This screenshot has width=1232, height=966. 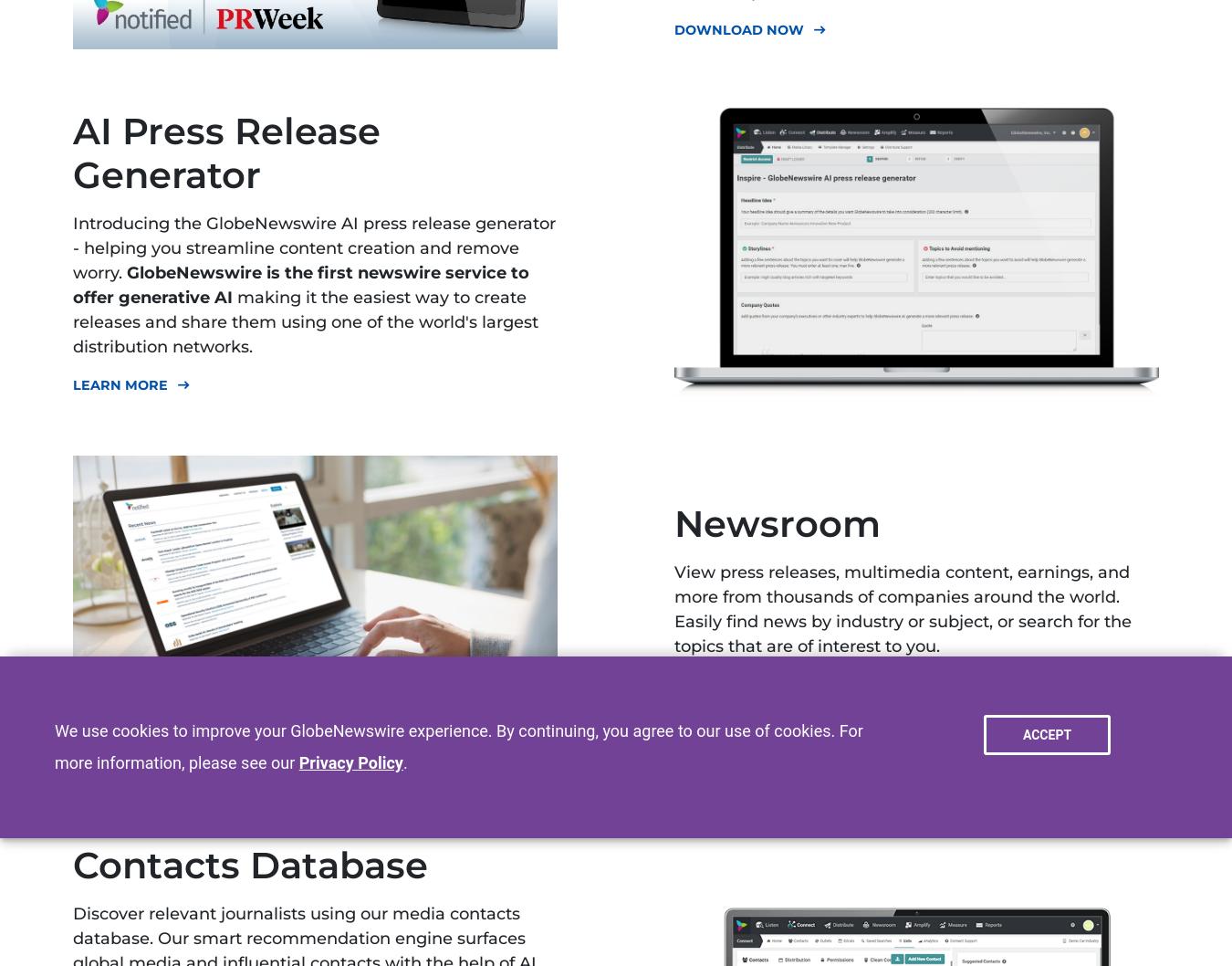 I want to click on 'Learn More', so click(x=120, y=383).